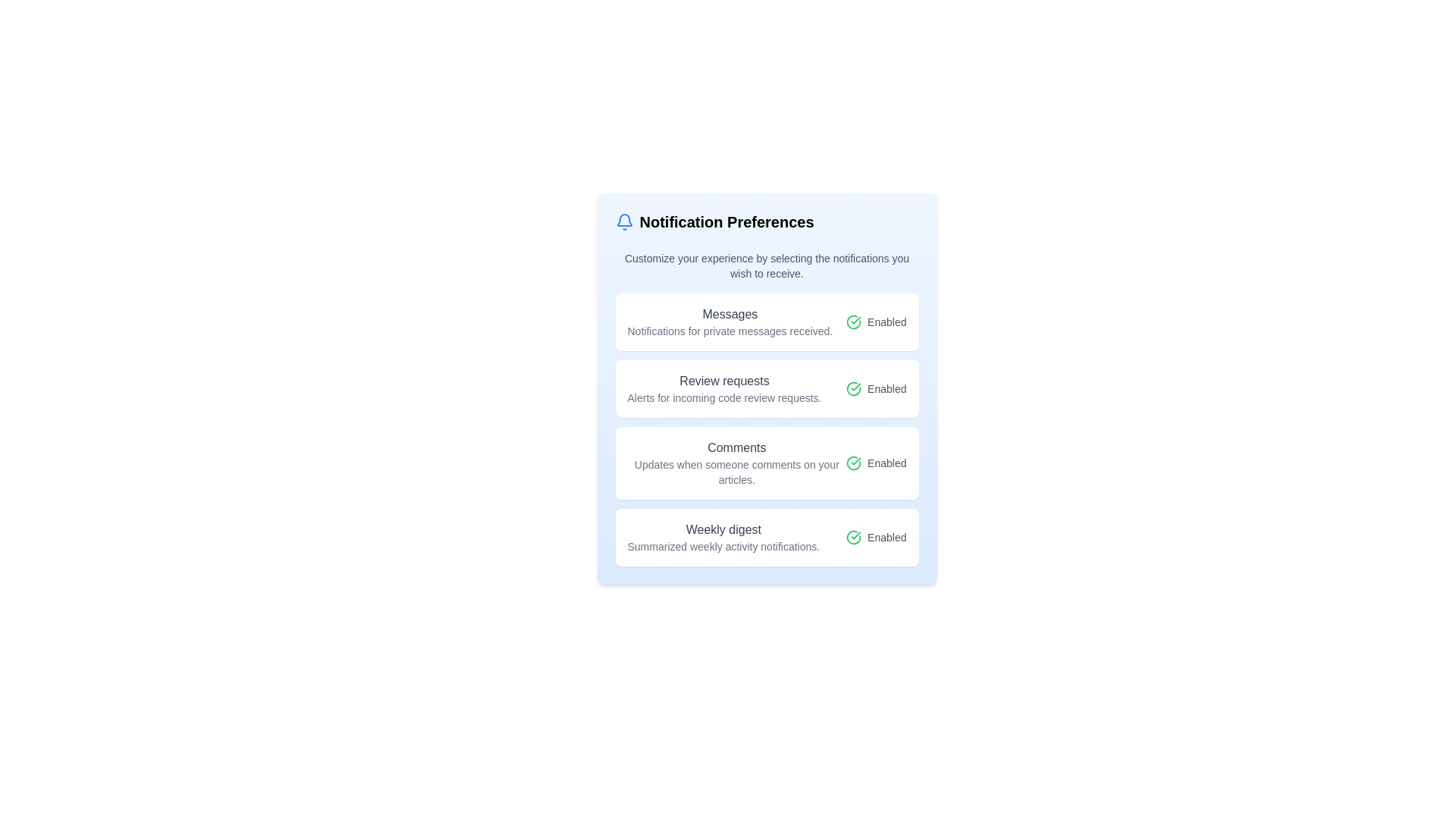 Image resolution: width=1456 pixels, height=819 pixels. I want to click on the text label that reads 'Updates when someone comments on your articles.', which is styled in a smaller gray font and positioned directly below the 'Comments' heading in the notification preference settings, so click(736, 472).